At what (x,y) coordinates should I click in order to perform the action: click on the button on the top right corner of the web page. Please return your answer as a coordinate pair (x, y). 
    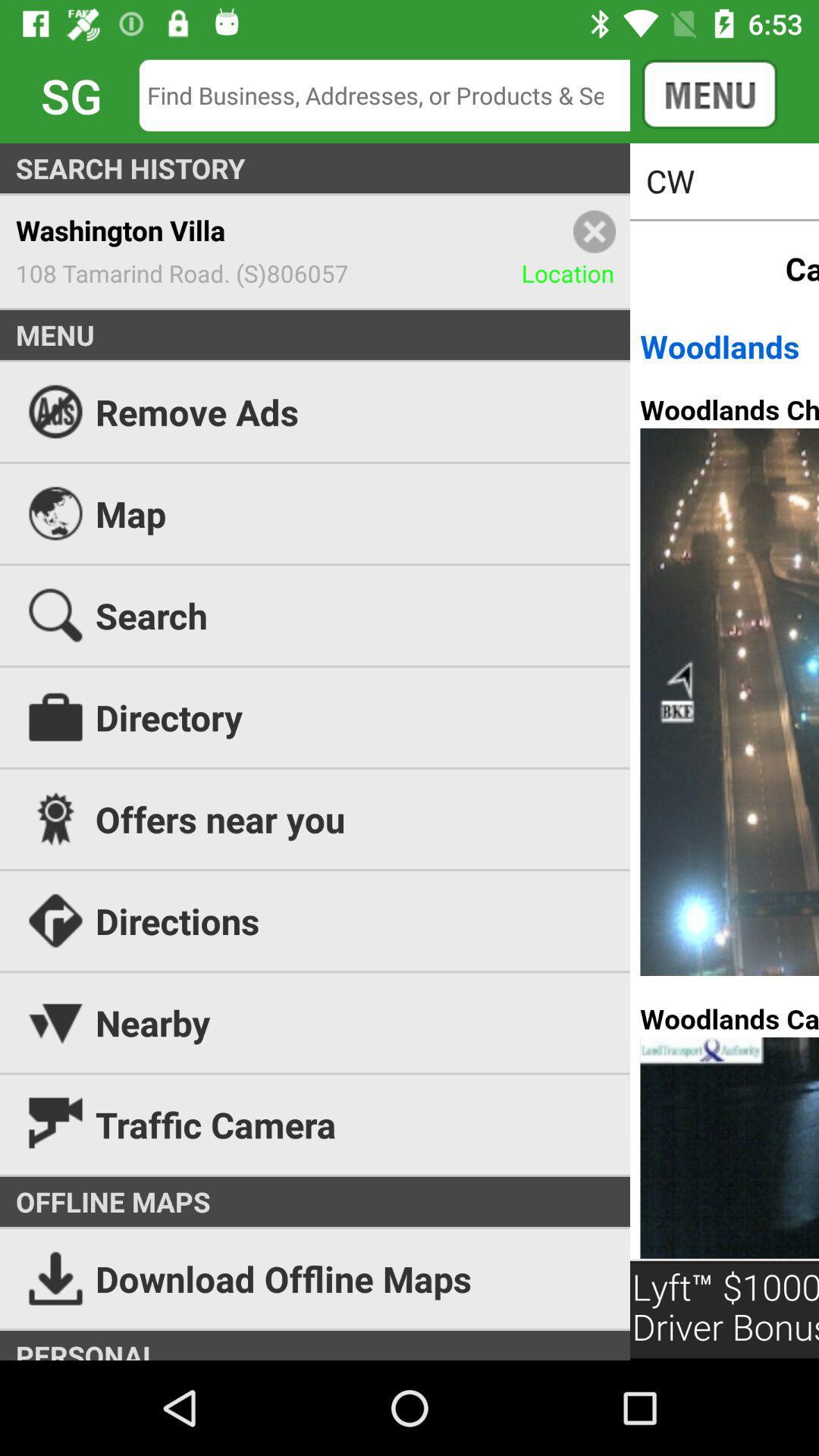
    Looking at the image, I should click on (710, 94).